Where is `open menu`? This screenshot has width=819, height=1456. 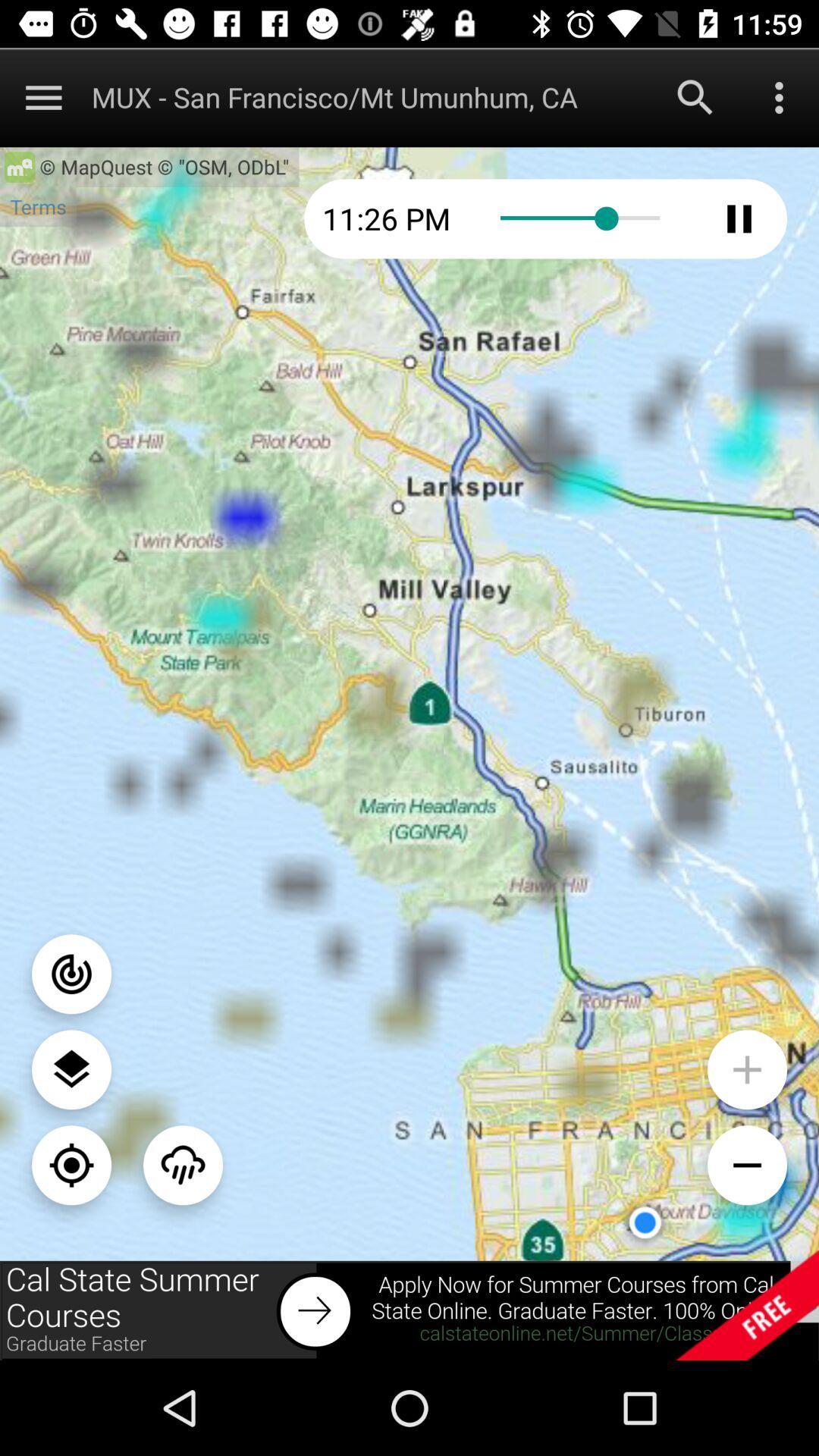
open menu is located at coordinates (779, 96).